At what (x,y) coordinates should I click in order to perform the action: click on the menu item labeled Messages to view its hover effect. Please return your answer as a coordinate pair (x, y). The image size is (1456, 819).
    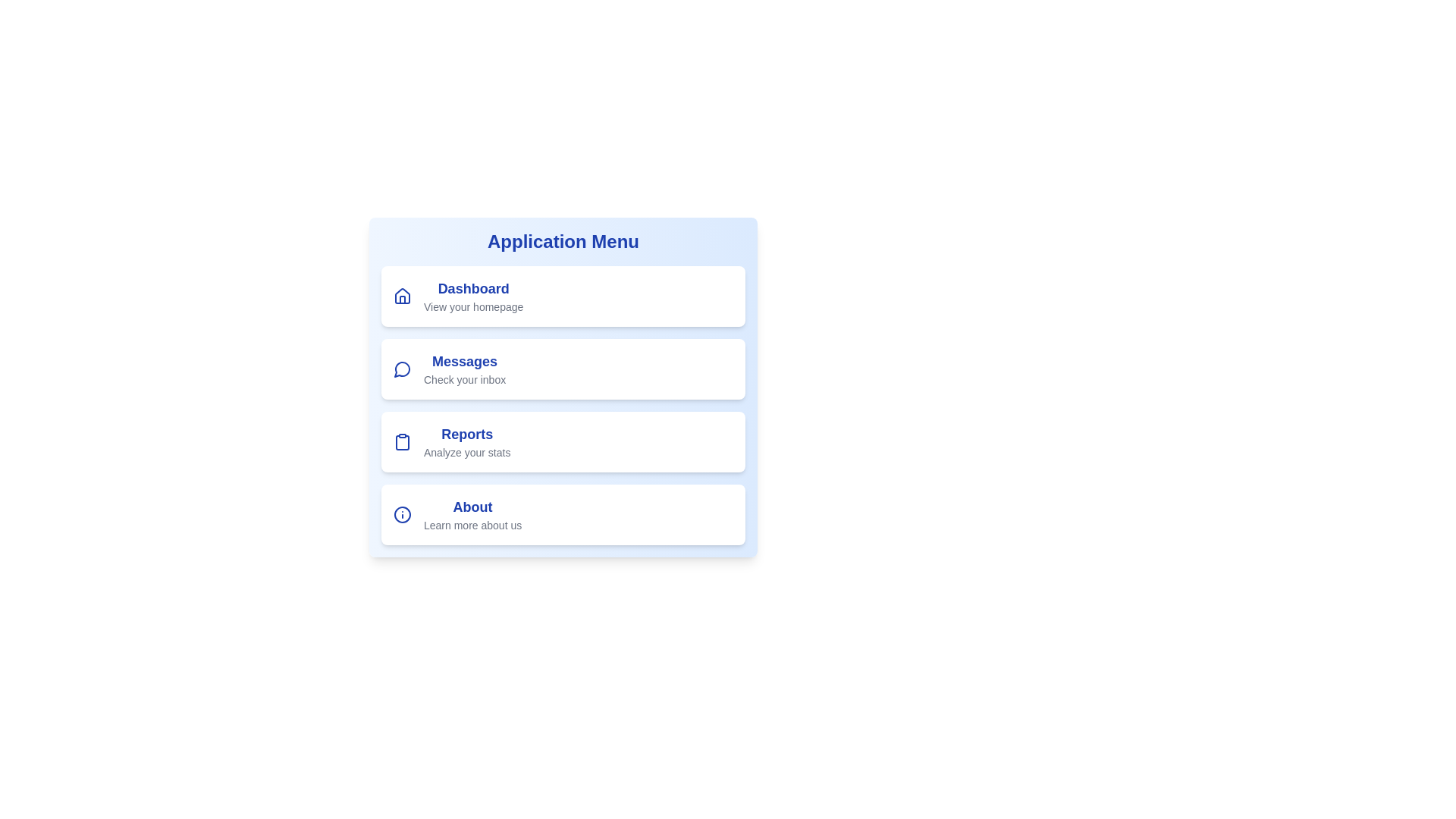
    Looking at the image, I should click on (563, 369).